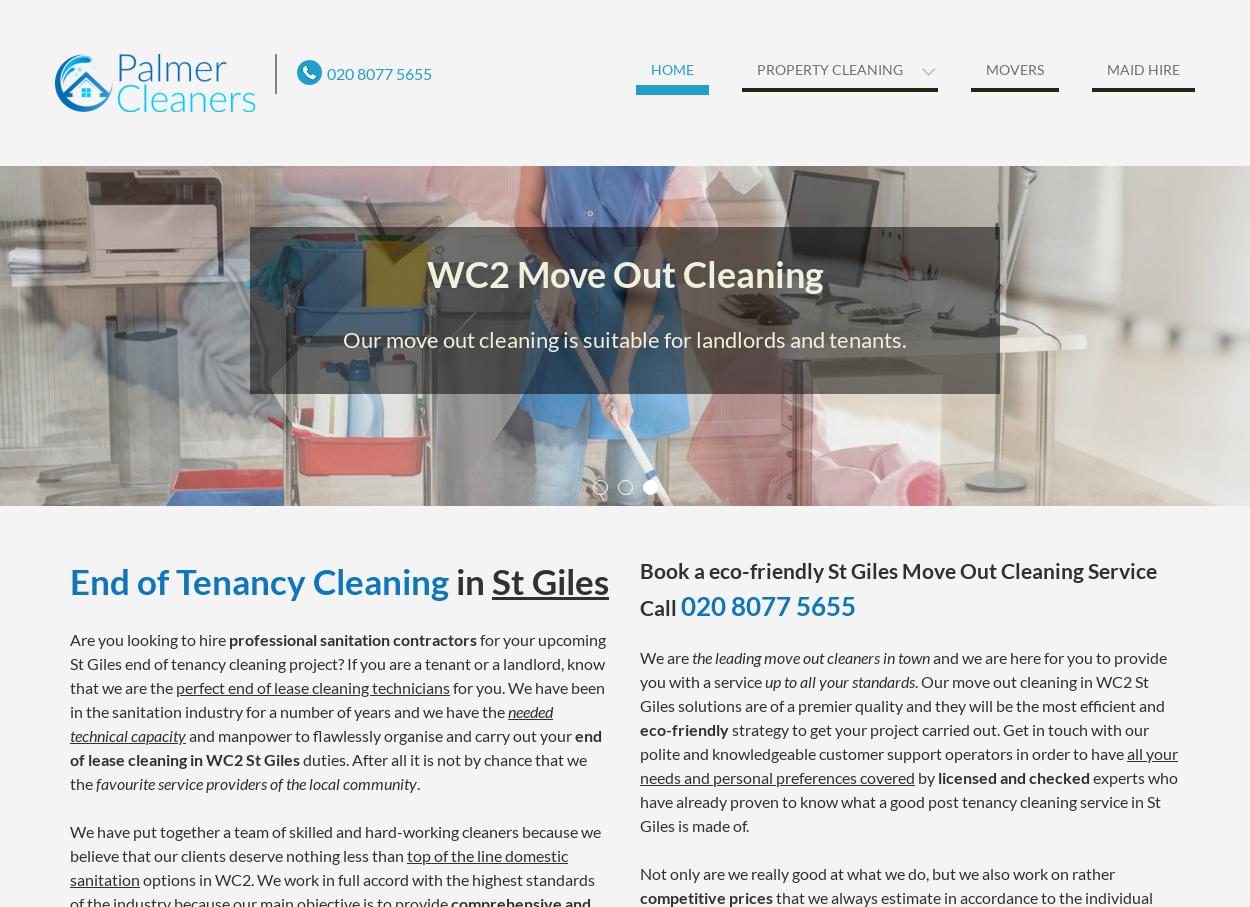  What do you see at coordinates (816, 261) in the screenshot?
I see `'Post Construction Cleaning'` at bounding box center [816, 261].